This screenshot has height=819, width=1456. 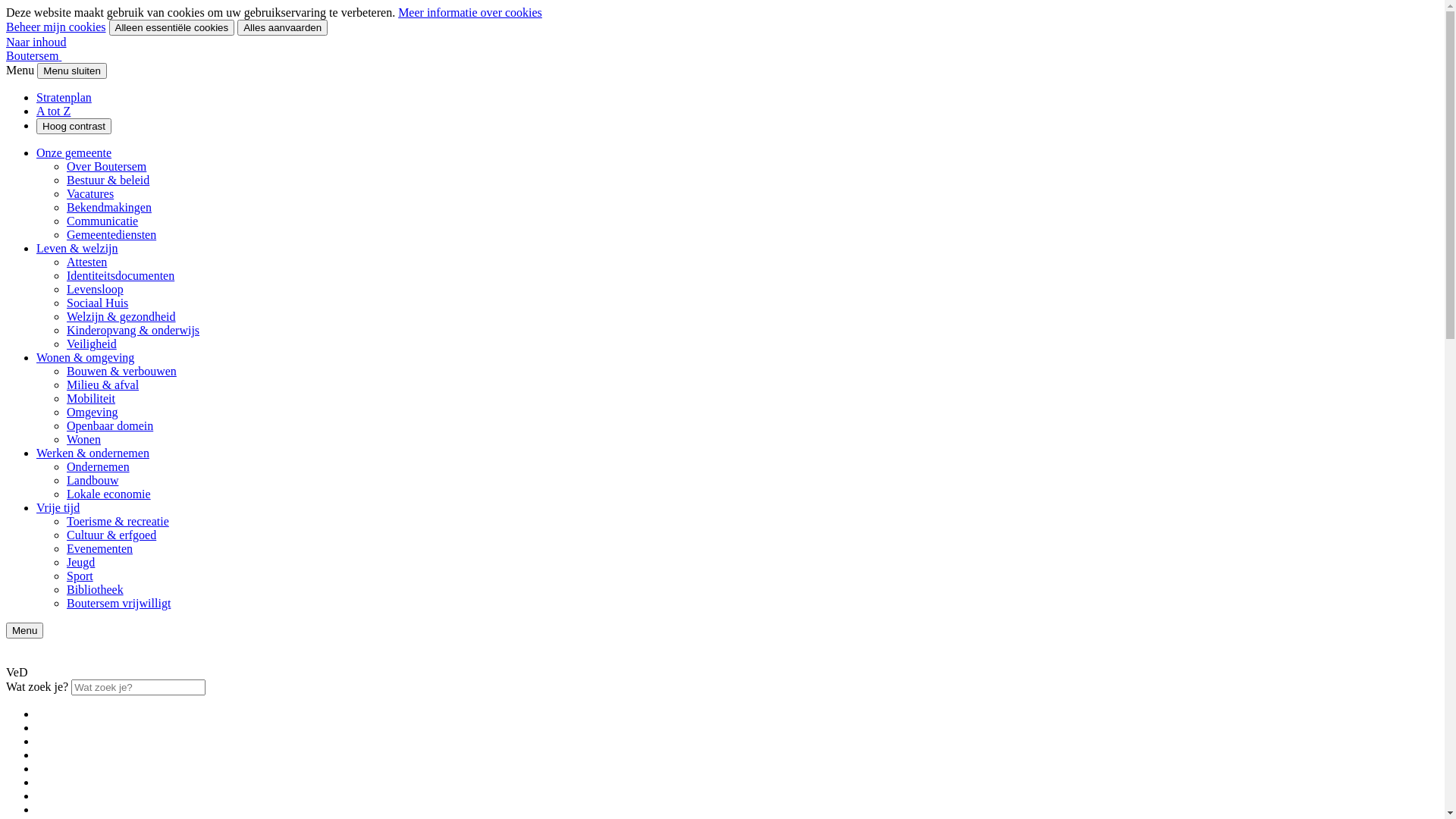 I want to click on 'A tot Z', so click(x=36, y=110).